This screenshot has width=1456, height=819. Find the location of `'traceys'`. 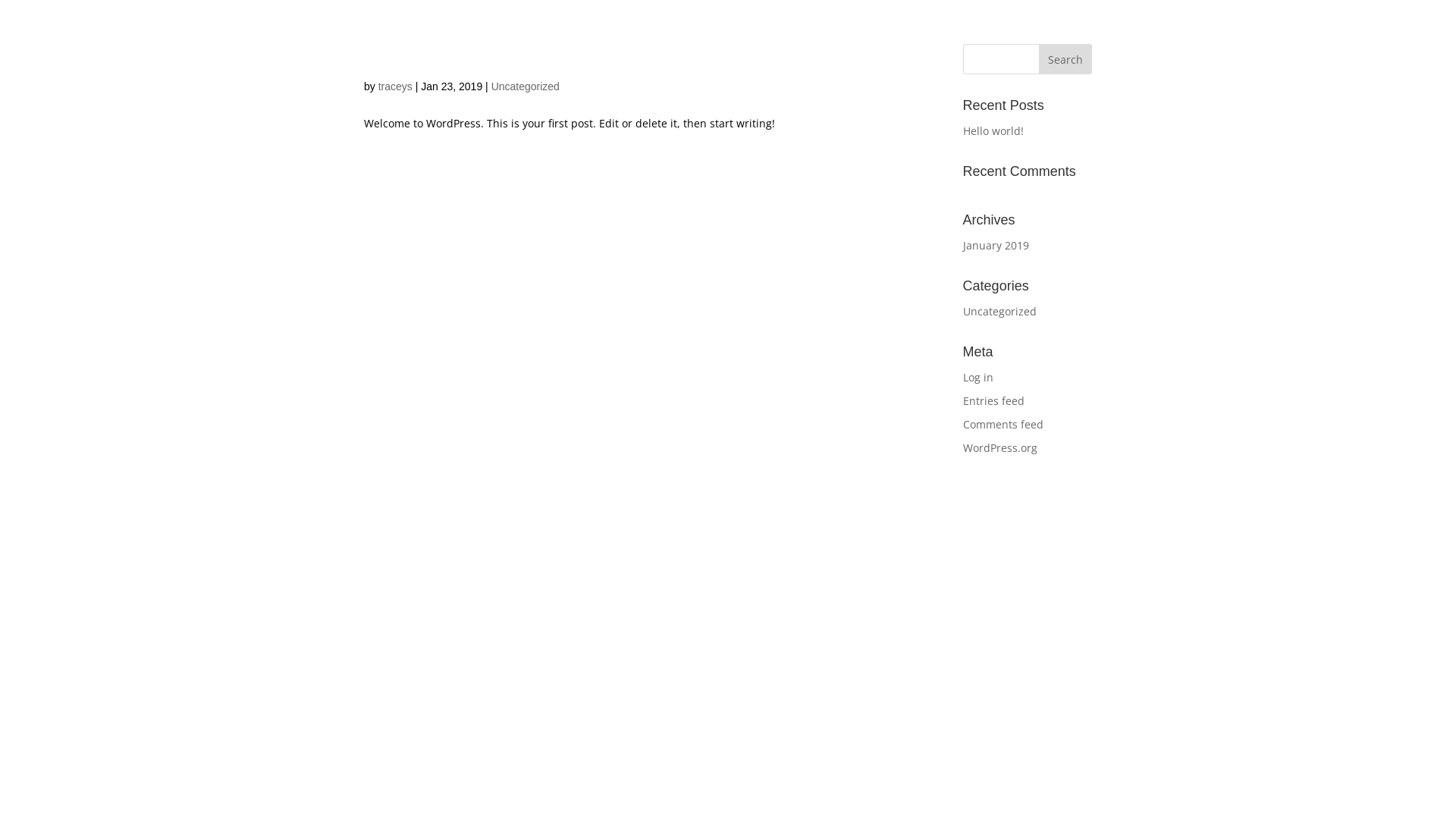

'traceys' is located at coordinates (378, 86).